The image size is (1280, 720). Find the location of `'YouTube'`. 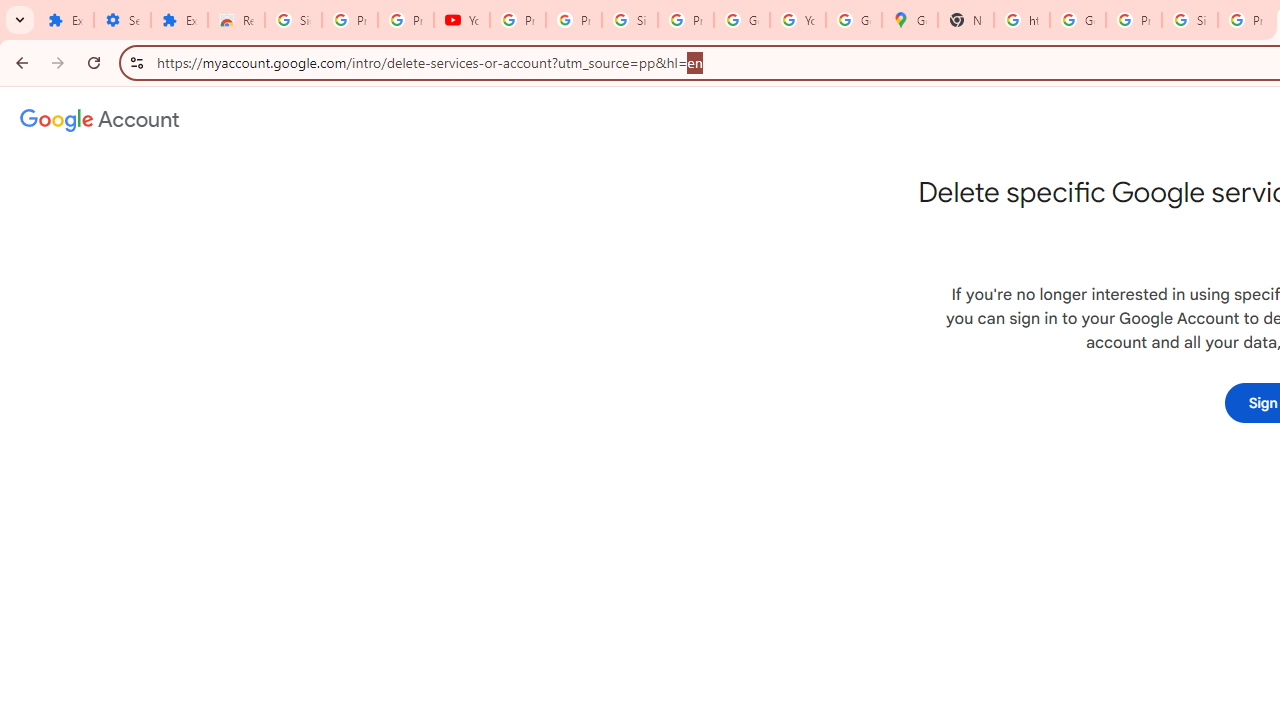

'YouTube' is located at coordinates (461, 20).